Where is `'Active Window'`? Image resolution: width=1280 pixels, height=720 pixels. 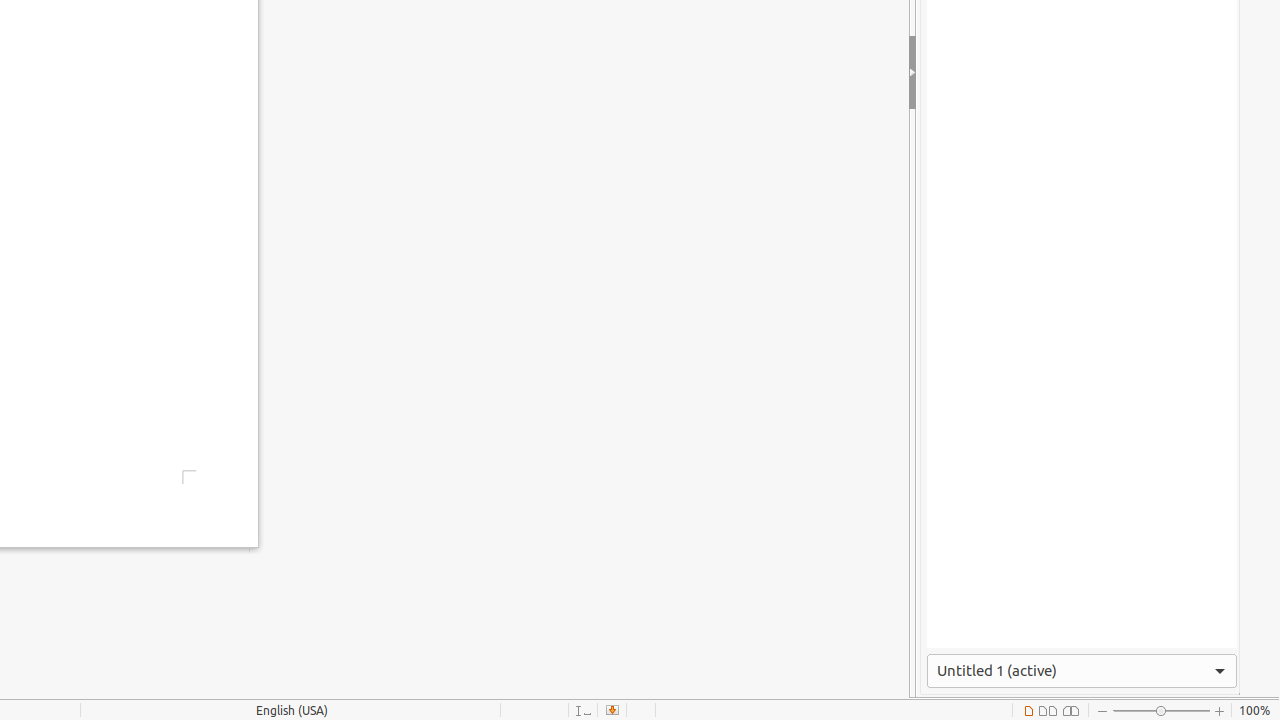
'Active Window' is located at coordinates (1080, 670).